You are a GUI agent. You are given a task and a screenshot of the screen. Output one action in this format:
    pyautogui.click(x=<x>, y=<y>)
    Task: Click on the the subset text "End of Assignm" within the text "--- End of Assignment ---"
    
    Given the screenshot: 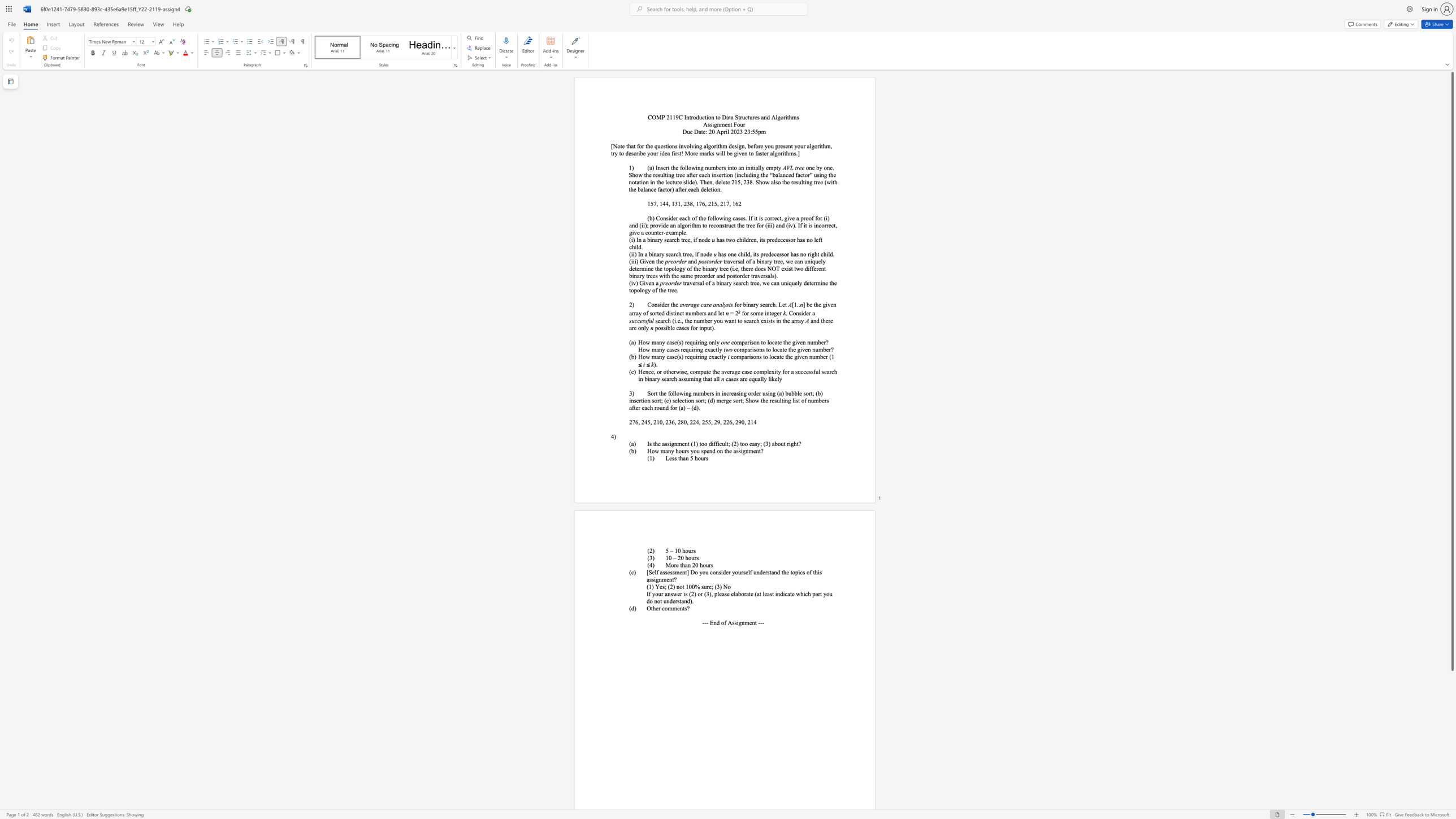 What is the action you would take?
    pyautogui.click(x=709, y=622)
    